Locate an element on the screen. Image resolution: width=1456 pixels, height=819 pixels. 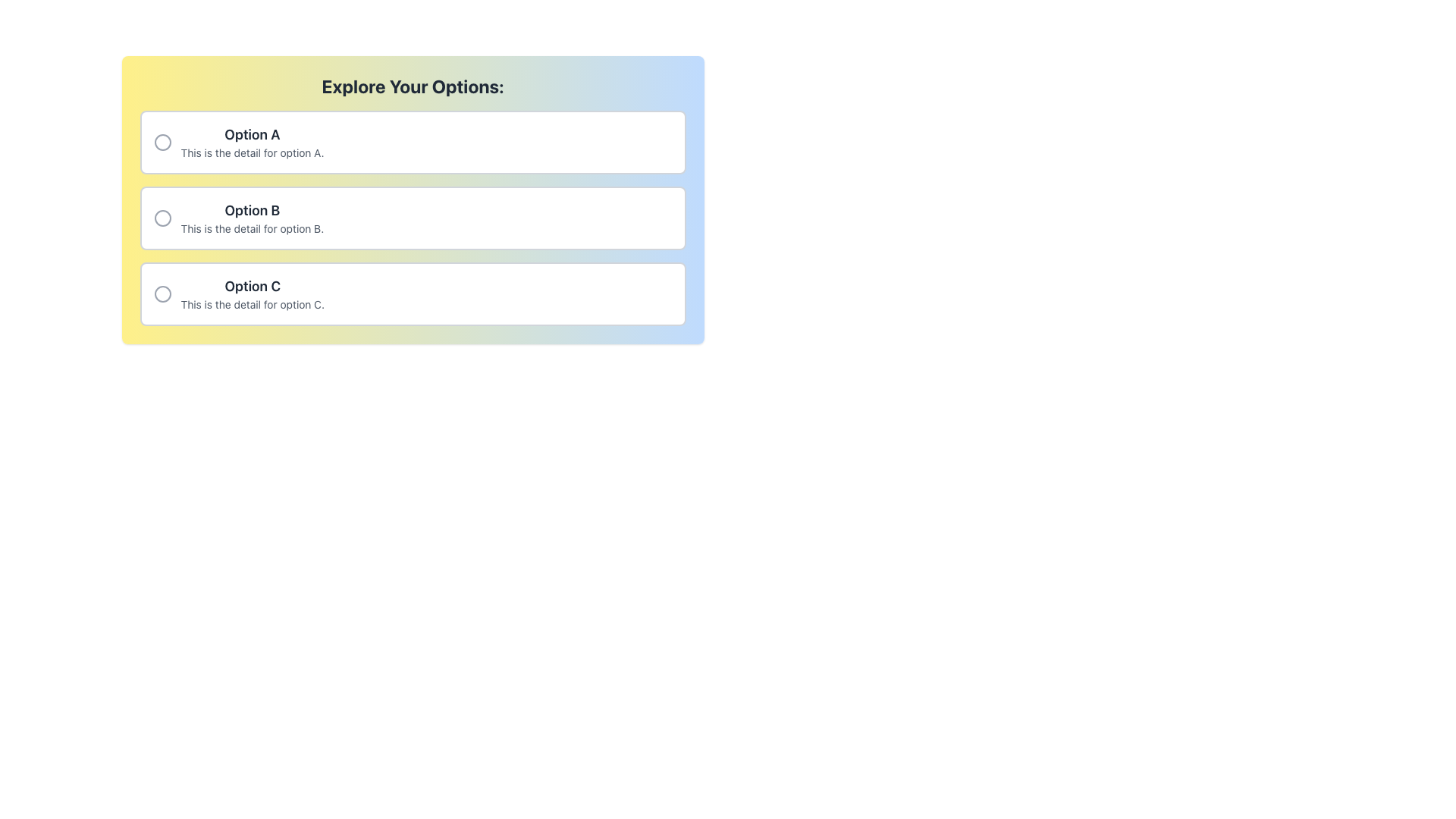
the radio button for 'Option B' is located at coordinates (413, 218).